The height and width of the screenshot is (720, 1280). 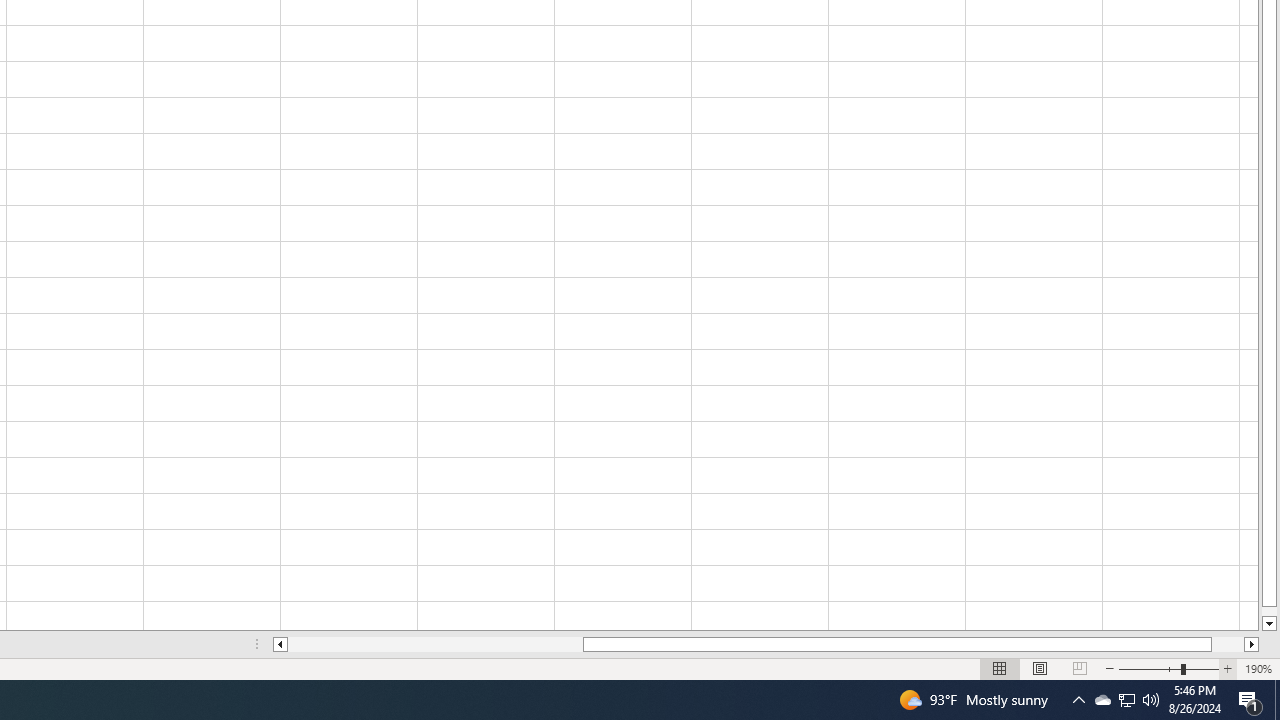 What do you see at coordinates (1226, 669) in the screenshot?
I see `'Zoom In'` at bounding box center [1226, 669].